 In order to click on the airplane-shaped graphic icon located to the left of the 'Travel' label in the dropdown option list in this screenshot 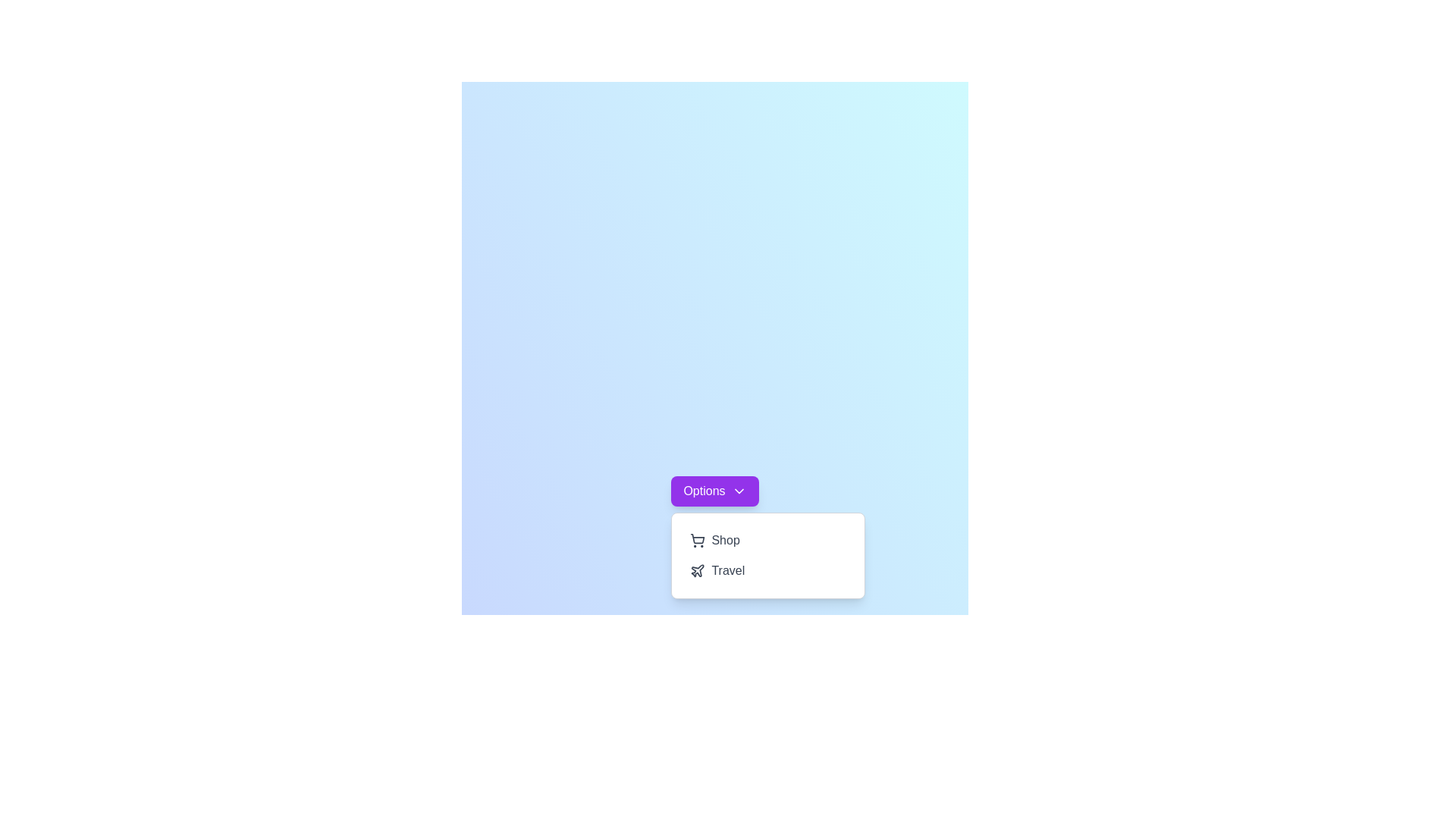, I will do `click(697, 570)`.